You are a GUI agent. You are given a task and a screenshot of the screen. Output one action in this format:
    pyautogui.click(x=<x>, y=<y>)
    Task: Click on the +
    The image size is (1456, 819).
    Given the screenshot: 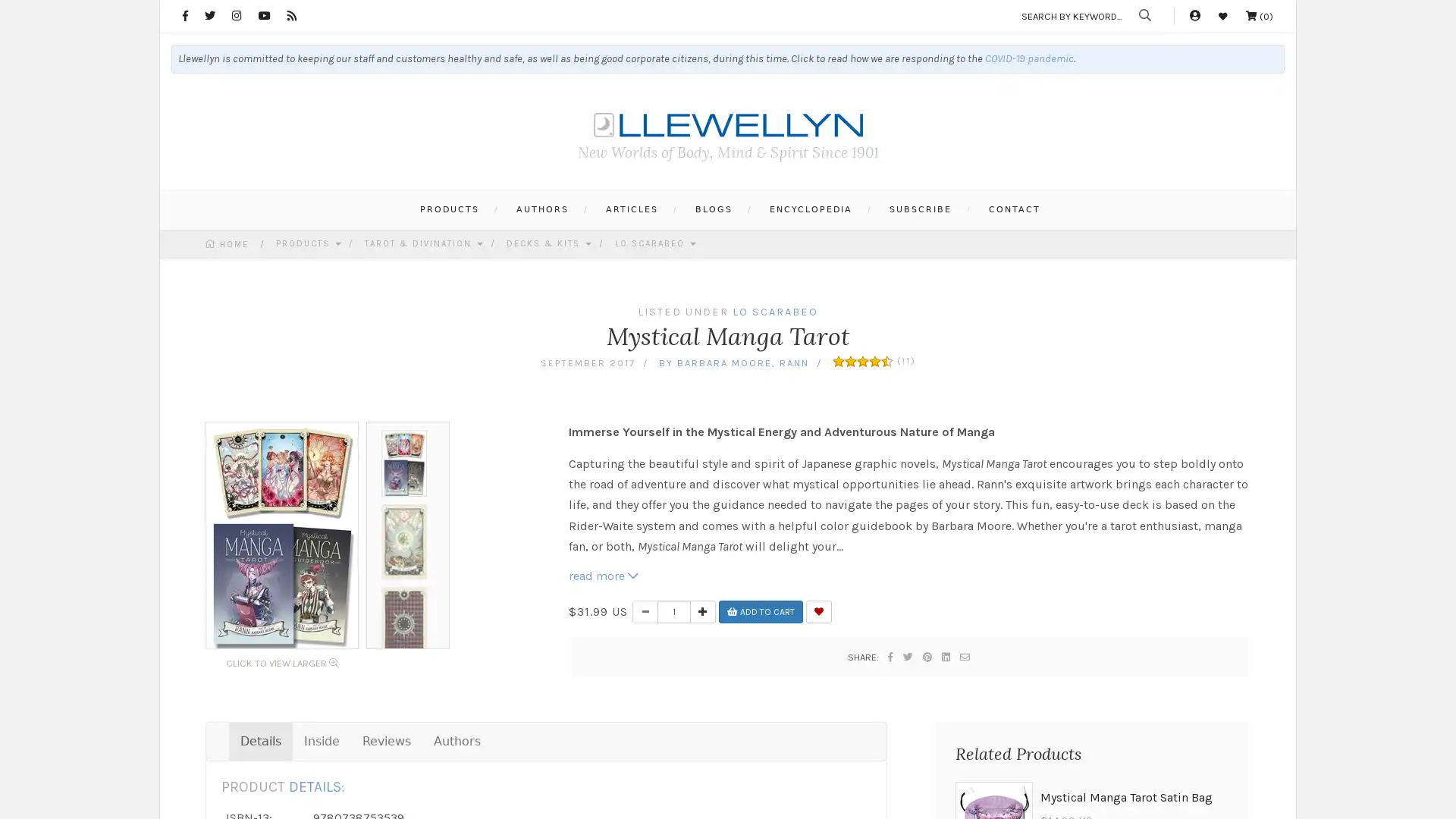 What is the action you would take?
    pyautogui.click(x=701, y=610)
    